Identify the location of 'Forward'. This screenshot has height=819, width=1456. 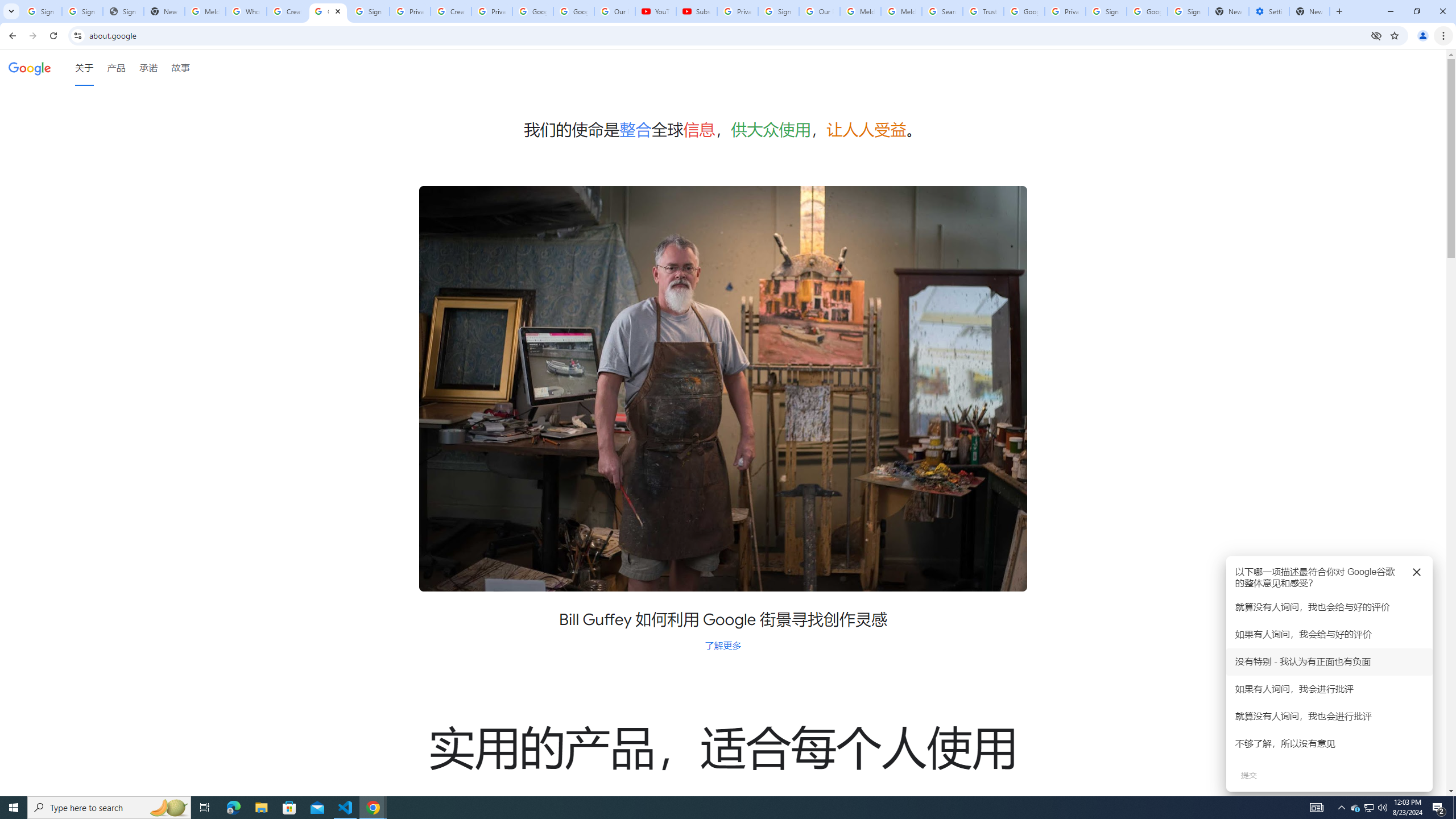
(32, 35).